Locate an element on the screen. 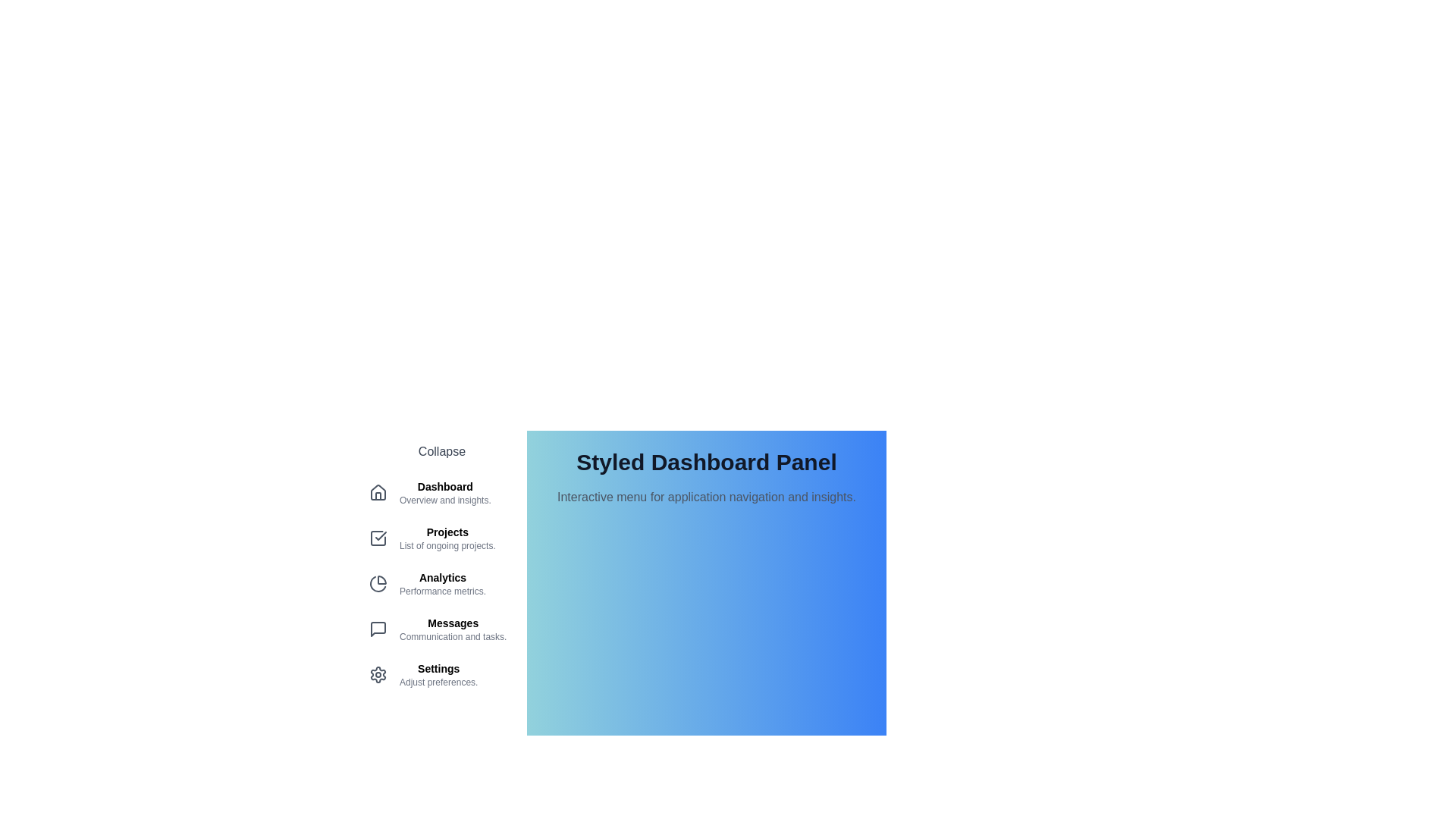 The width and height of the screenshot is (1456, 819). the menu item corresponding to Messages is located at coordinates (441, 629).